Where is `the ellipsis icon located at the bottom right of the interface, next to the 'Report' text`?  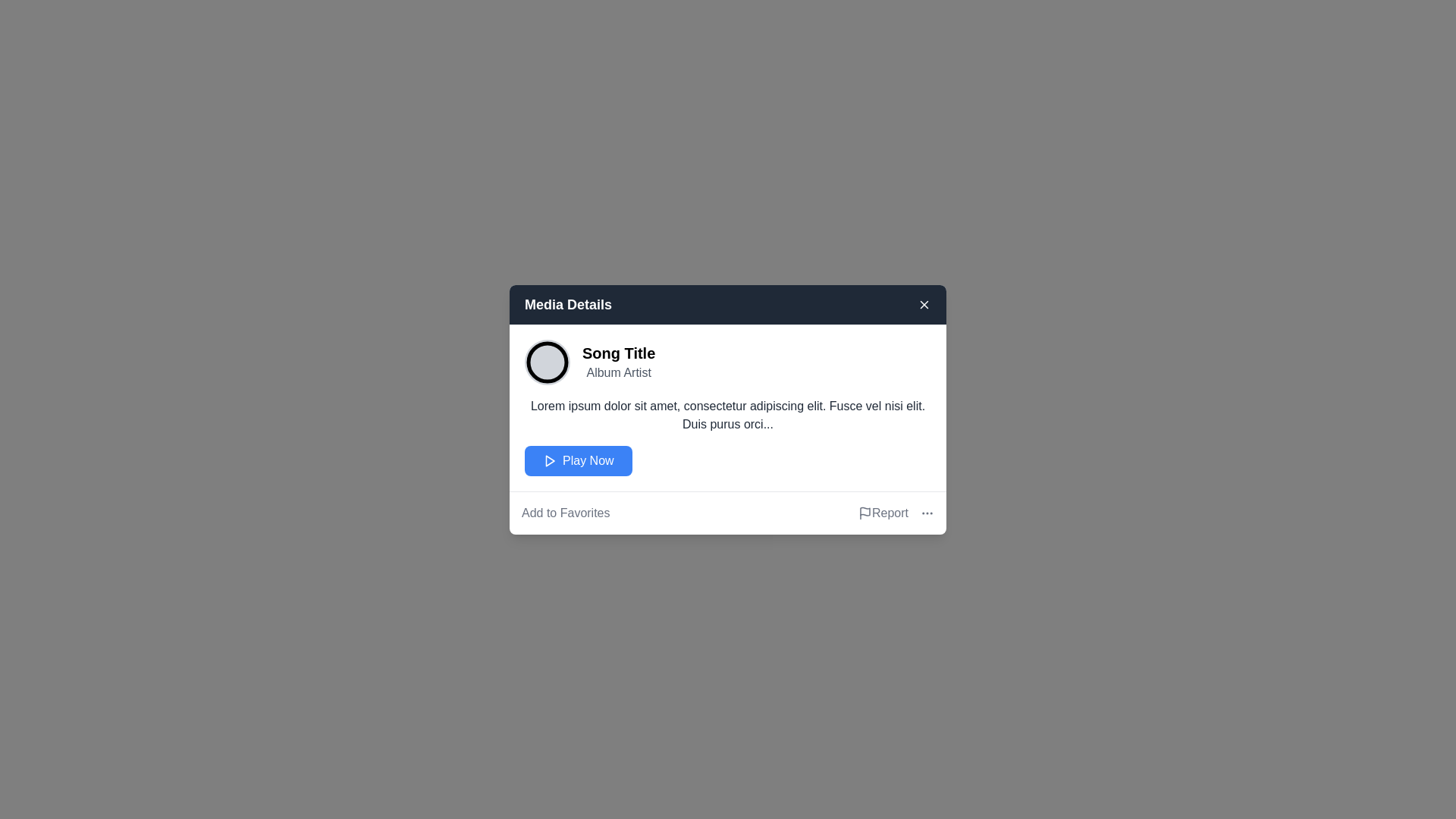
the ellipsis icon located at the bottom right of the interface, next to the 'Report' text is located at coordinates (927, 512).